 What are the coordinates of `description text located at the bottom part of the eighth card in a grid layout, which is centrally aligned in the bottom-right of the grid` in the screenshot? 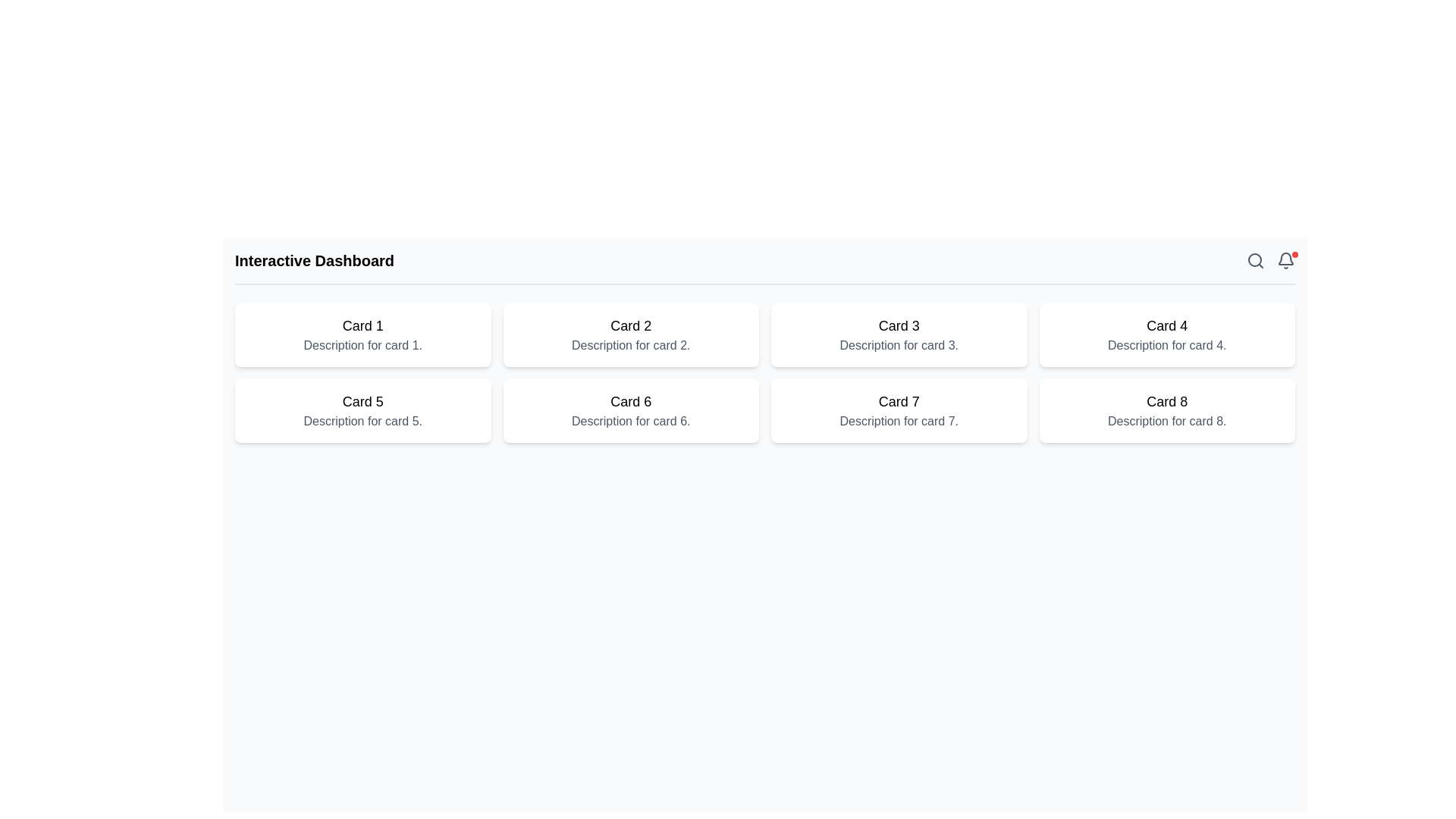 It's located at (1166, 421).